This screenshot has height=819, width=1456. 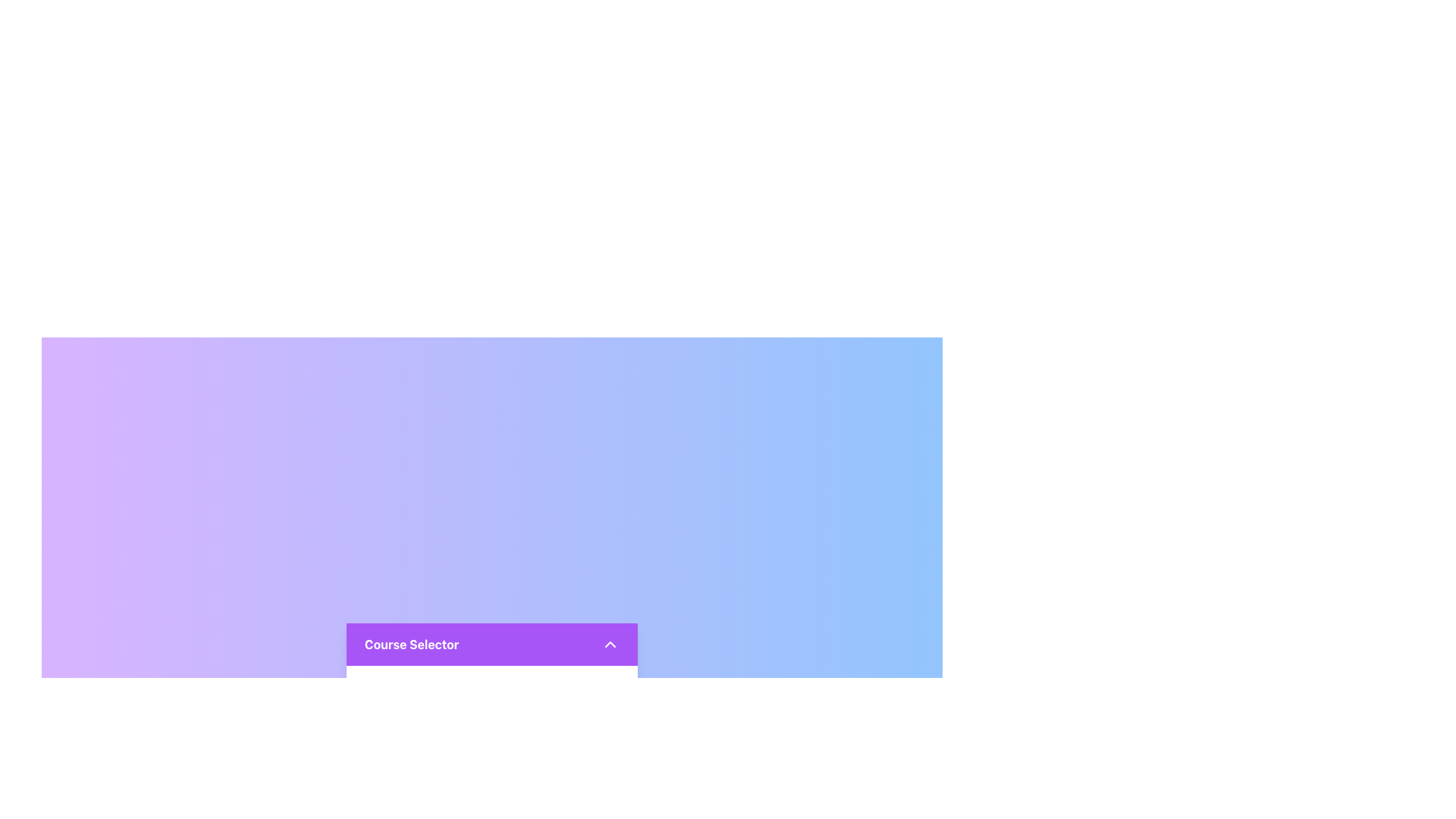 What do you see at coordinates (491, 644) in the screenshot?
I see `the chevron on the dropdown trigger at the top of the course options card` at bounding box center [491, 644].